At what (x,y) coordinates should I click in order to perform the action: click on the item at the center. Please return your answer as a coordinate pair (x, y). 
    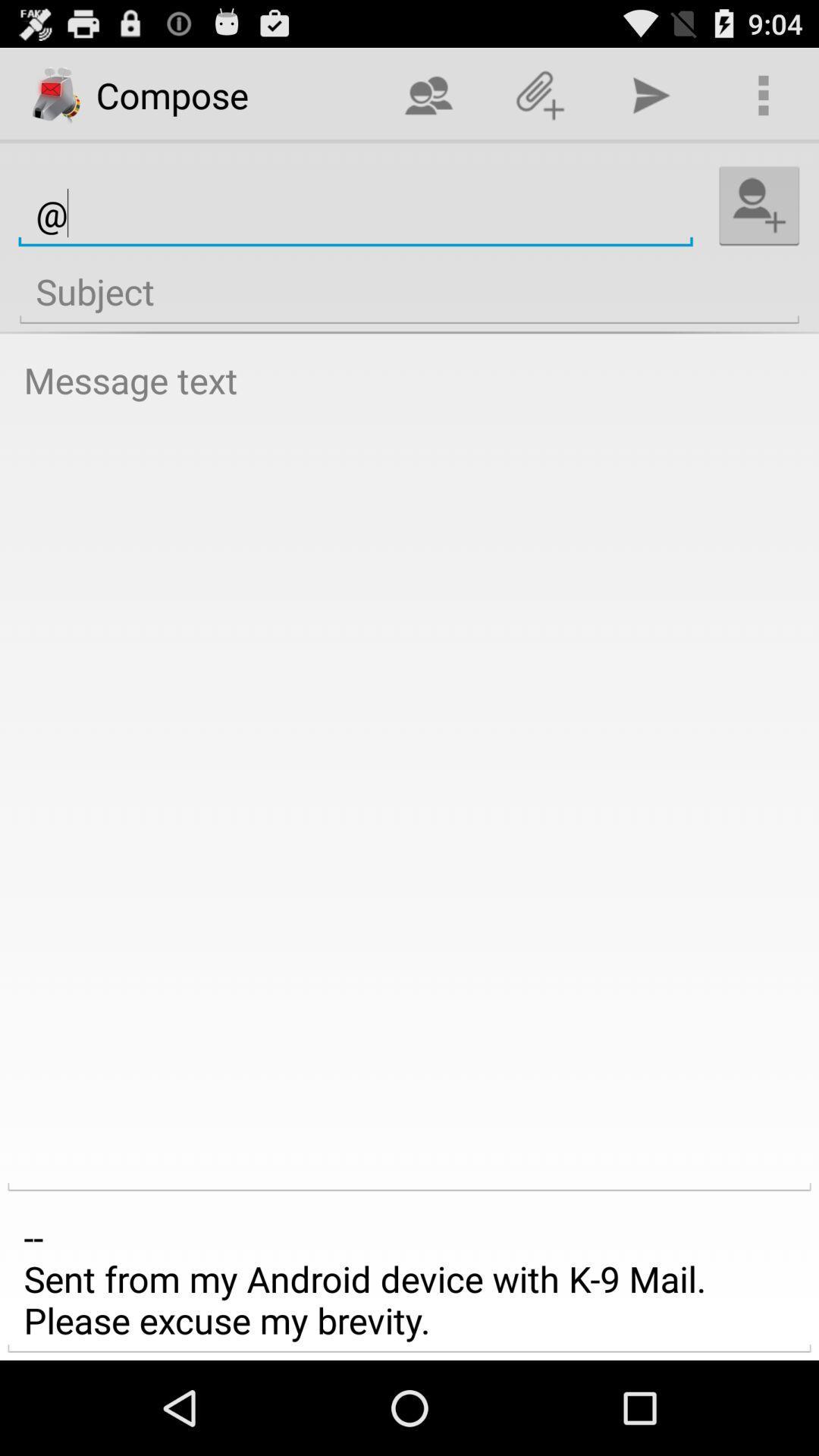
    Looking at the image, I should click on (409, 770).